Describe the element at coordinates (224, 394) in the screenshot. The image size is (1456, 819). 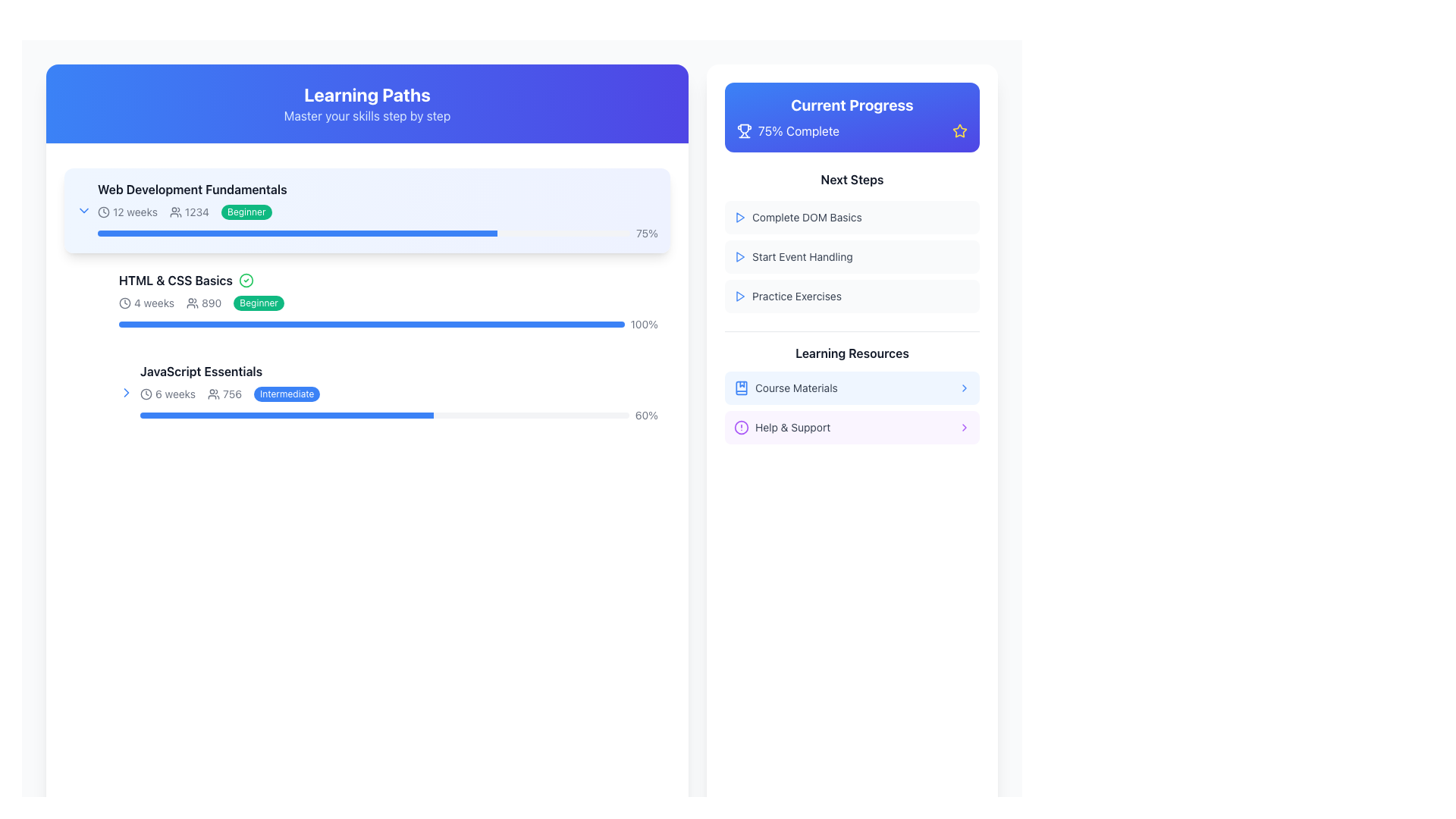
I see `the informational indicator showing the number of participants for the 'JavaScript Essentials' course, located between '6 weeks' and 'Intermediate'` at that location.